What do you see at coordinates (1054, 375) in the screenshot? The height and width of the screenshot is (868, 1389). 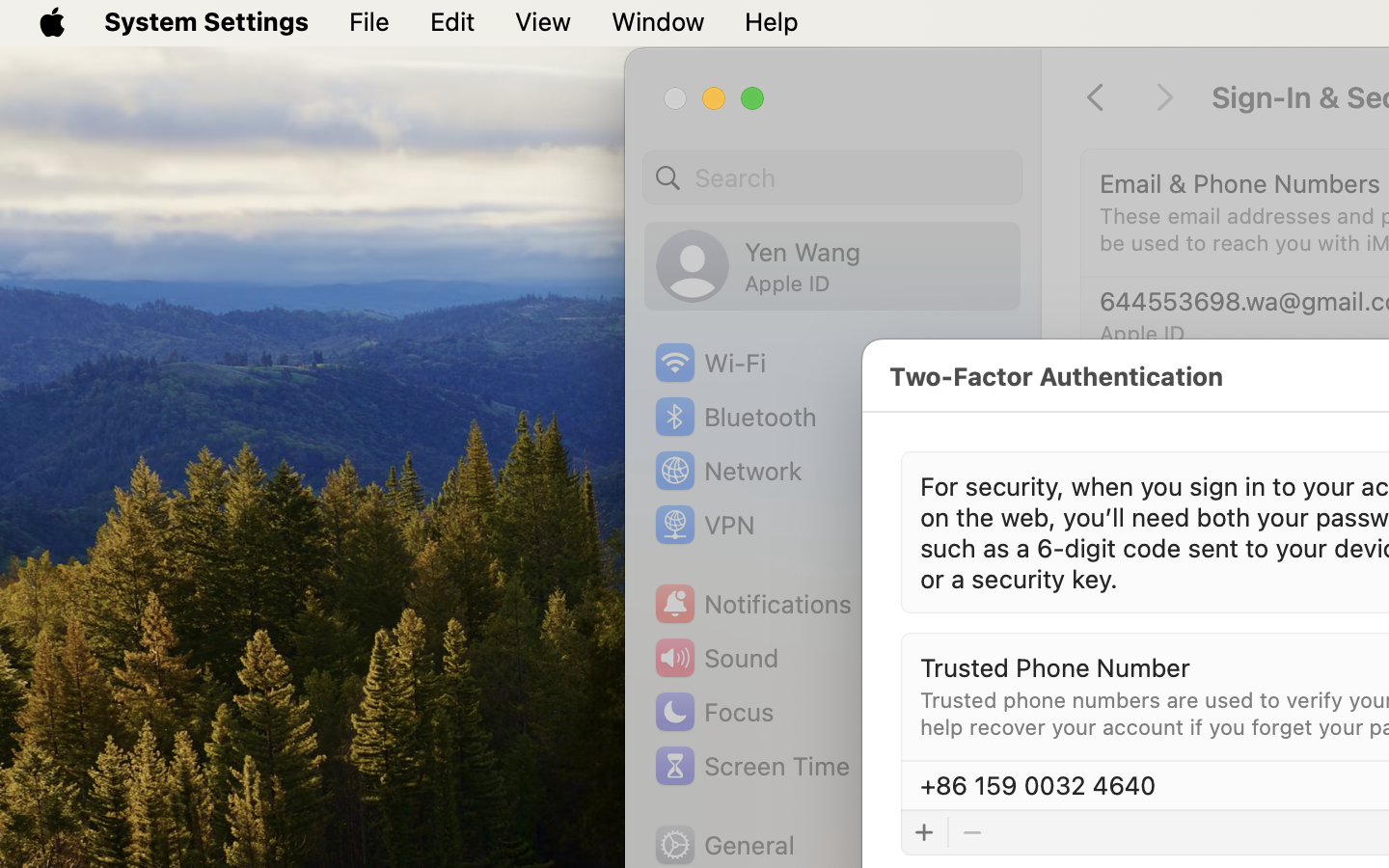 I see `'Two‑Factor Authentication'` at bounding box center [1054, 375].